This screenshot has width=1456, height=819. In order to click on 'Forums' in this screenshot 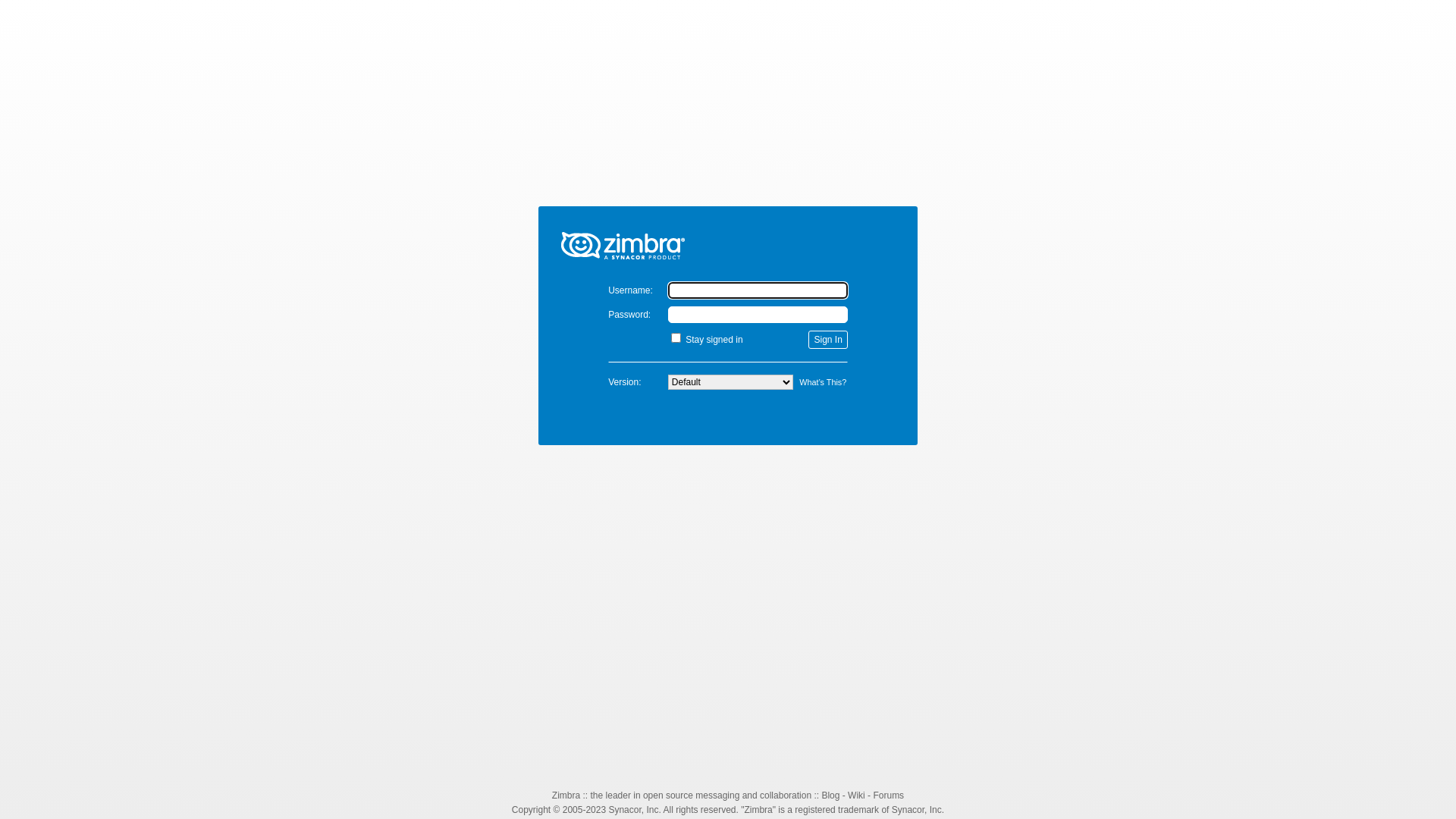, I will do `click(888, 795)`.